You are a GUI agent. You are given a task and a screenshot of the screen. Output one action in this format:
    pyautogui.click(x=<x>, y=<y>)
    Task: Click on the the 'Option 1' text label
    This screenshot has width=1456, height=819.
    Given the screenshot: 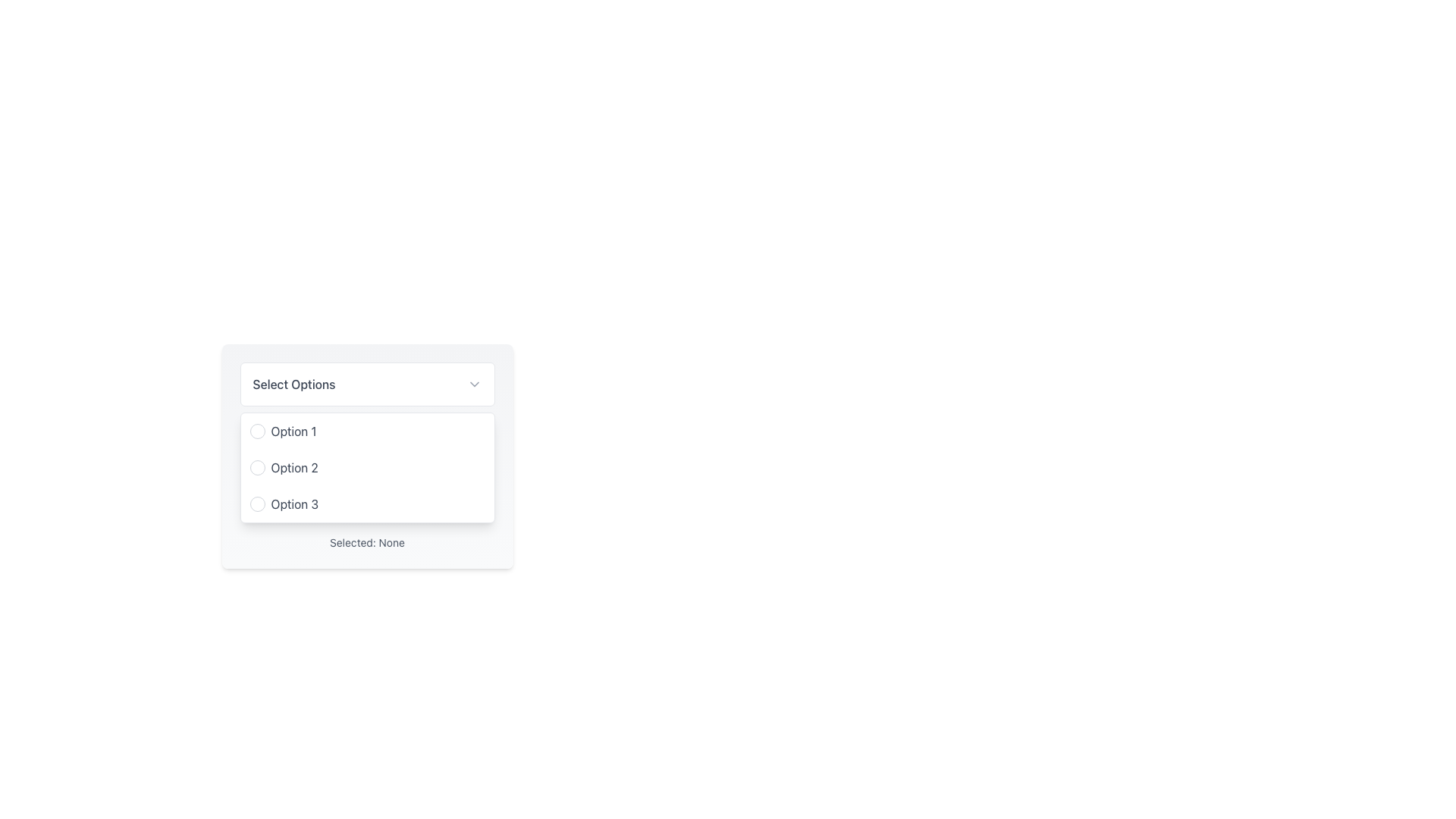 What is the action you would take?
    pyautogui.click(x=293, y=431)
    